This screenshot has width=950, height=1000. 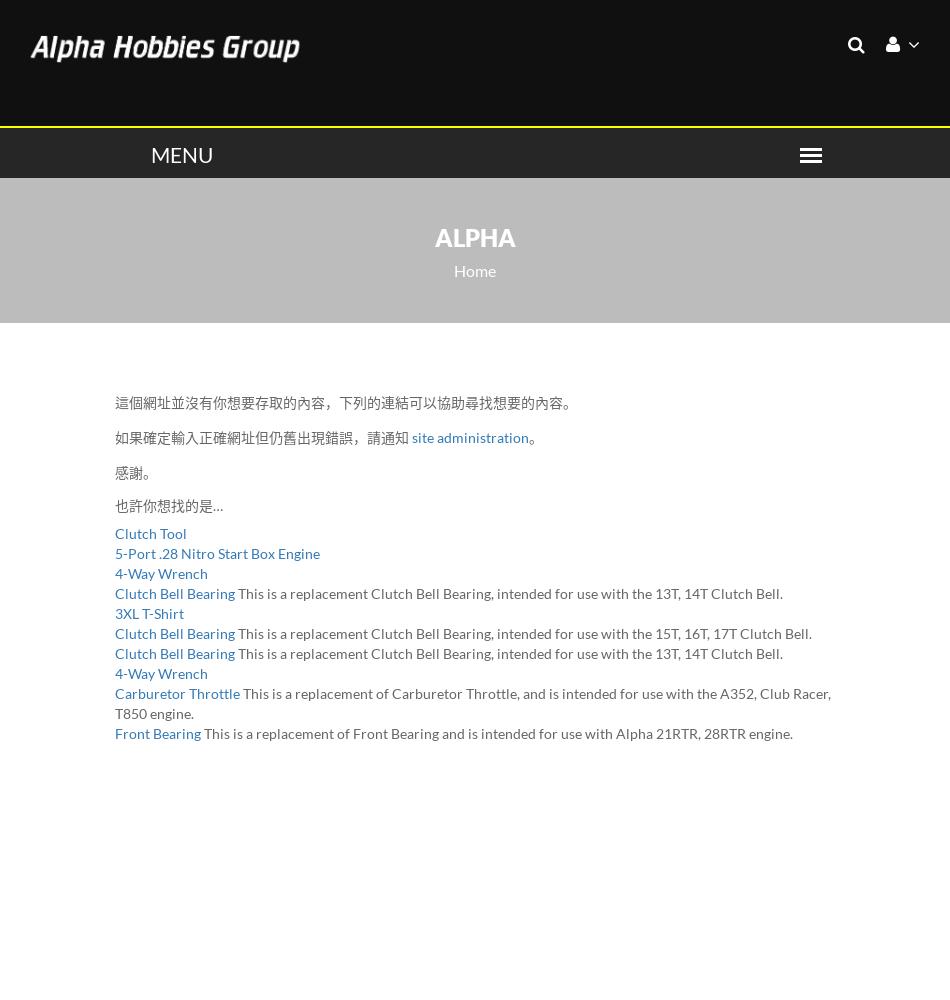 What do you see at coordinates (475, 270) in the screenshot?
I see `'Home'` at bounding box center [475, 270].